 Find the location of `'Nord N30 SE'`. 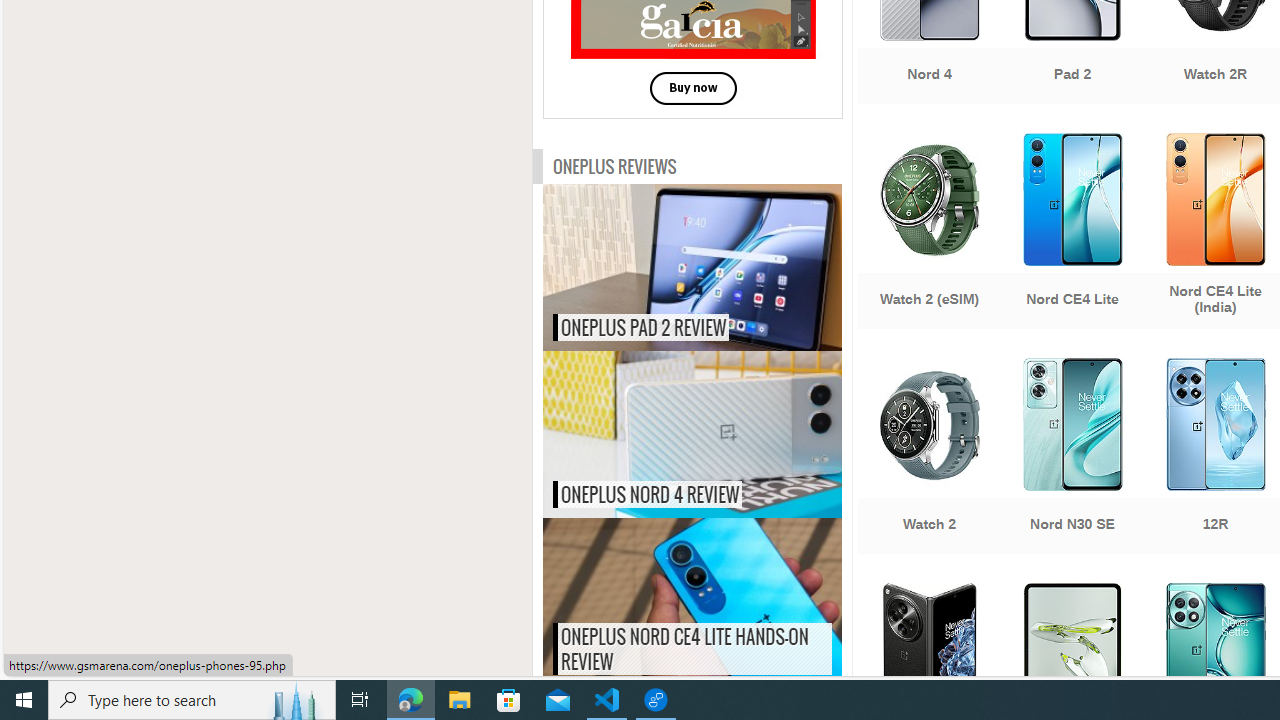

'Nord N30 SE' is located at coordinates (1071, 458).